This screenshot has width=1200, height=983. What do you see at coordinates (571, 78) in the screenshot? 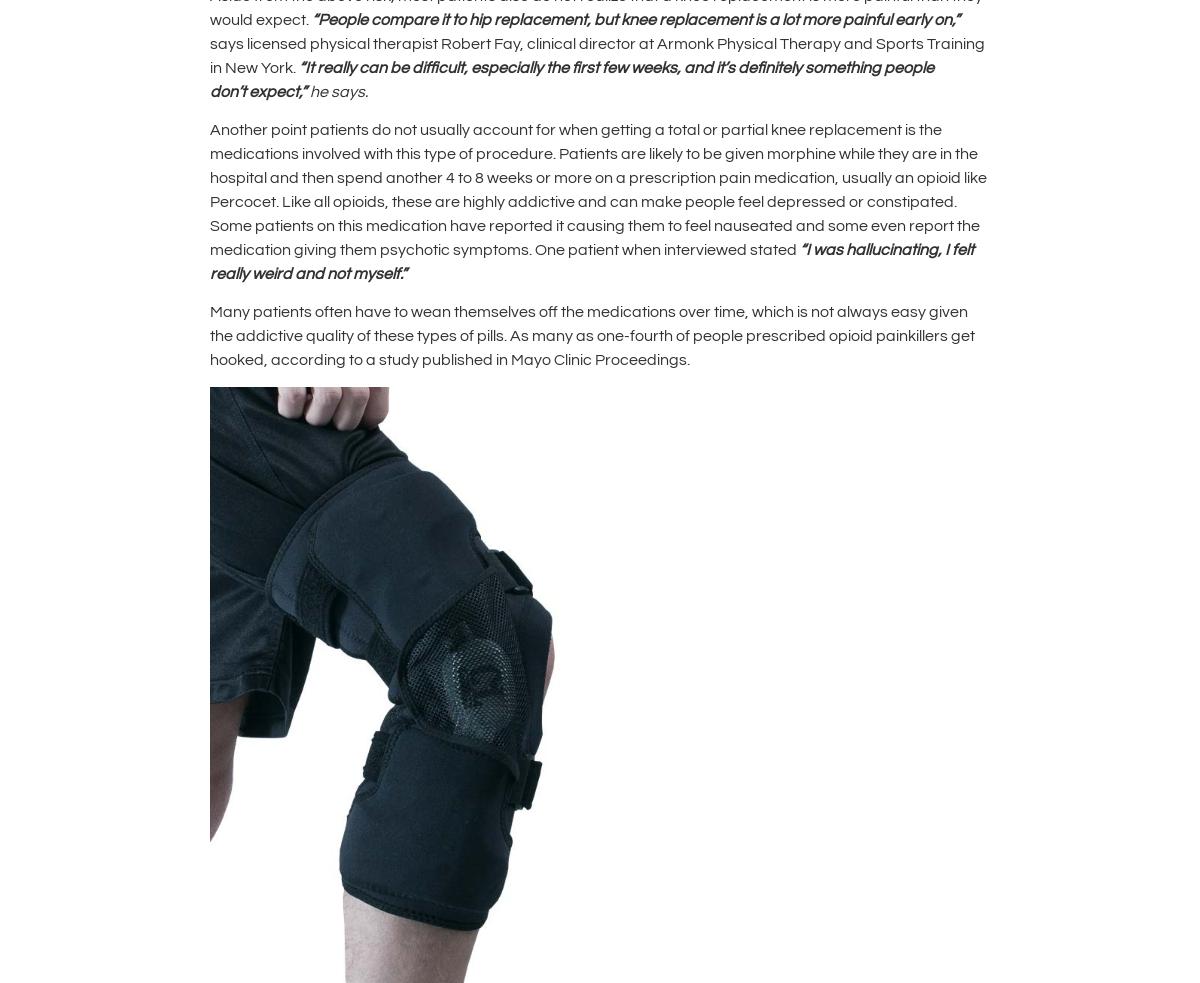
I see `'s definitely something people don'` at bounding box center [571, 78].